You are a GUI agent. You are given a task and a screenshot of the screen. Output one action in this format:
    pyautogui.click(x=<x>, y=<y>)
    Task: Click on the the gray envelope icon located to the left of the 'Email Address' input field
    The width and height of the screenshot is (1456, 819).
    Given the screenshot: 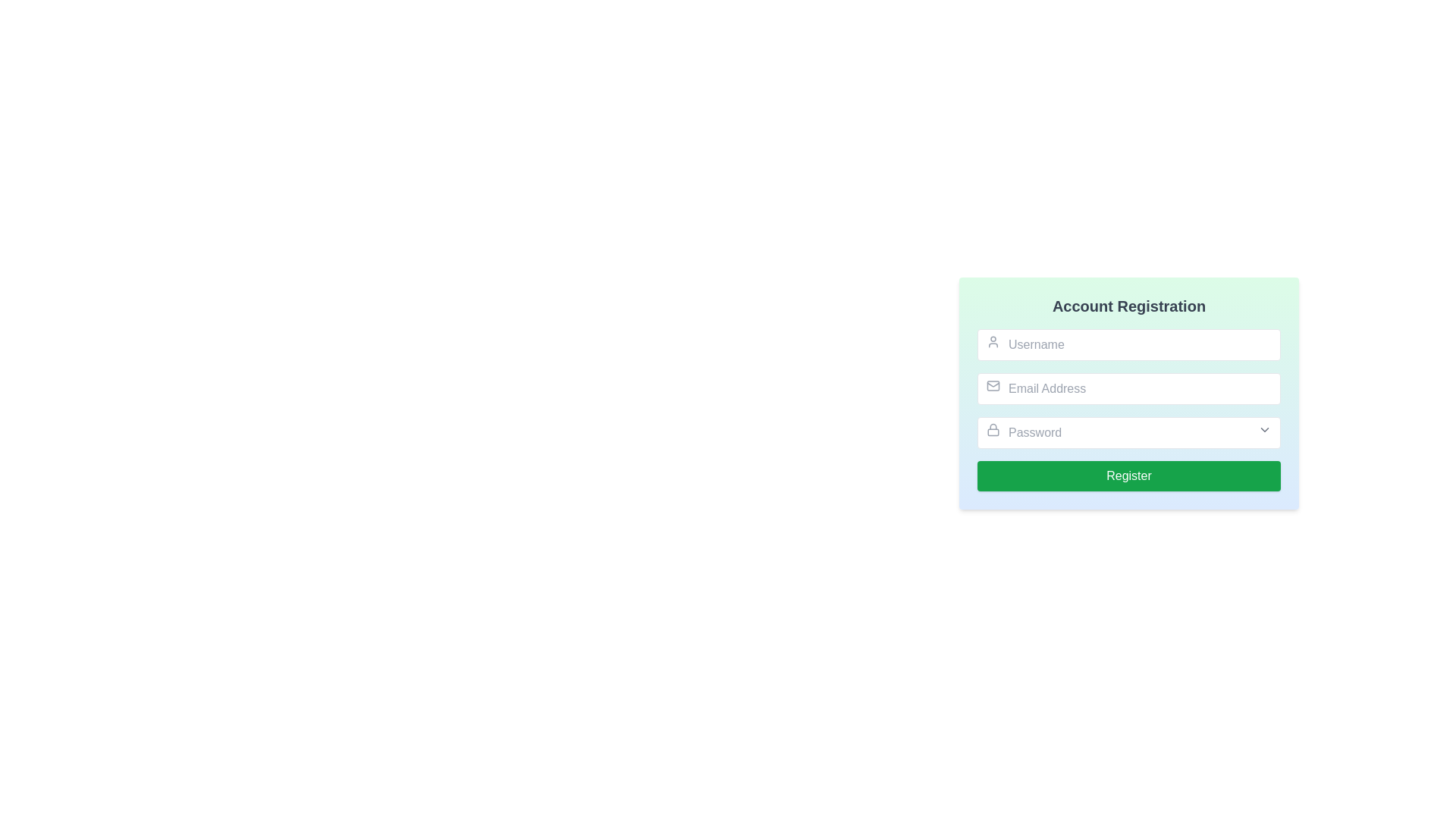 What is the action you would take?
    pyautogui.click(x=993, y=385)
    